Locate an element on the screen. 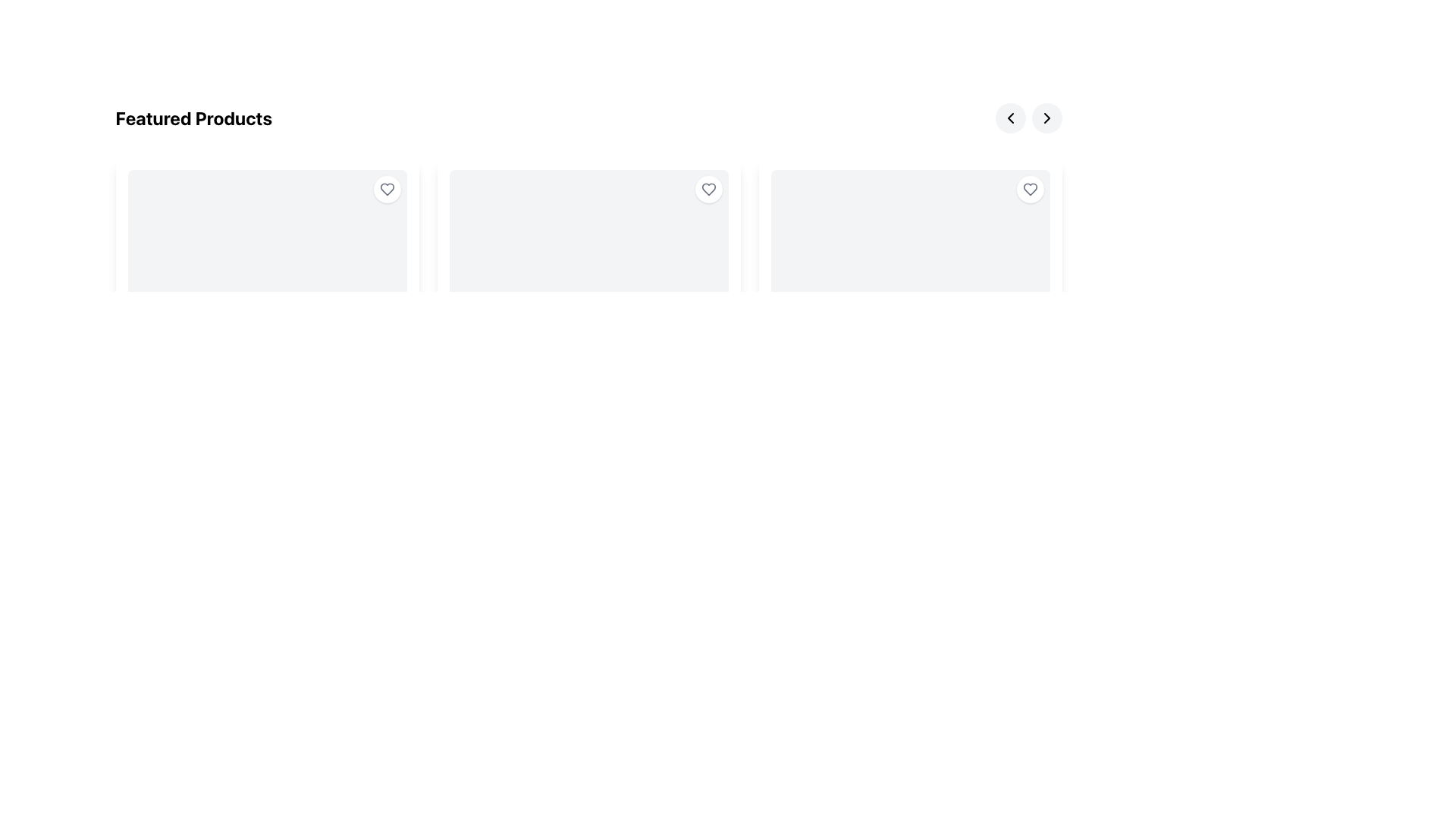 This screenshot has width=1456, height=819. the favorite button icon located at the top-right corner of the product card is located at coordinates (387, 189).